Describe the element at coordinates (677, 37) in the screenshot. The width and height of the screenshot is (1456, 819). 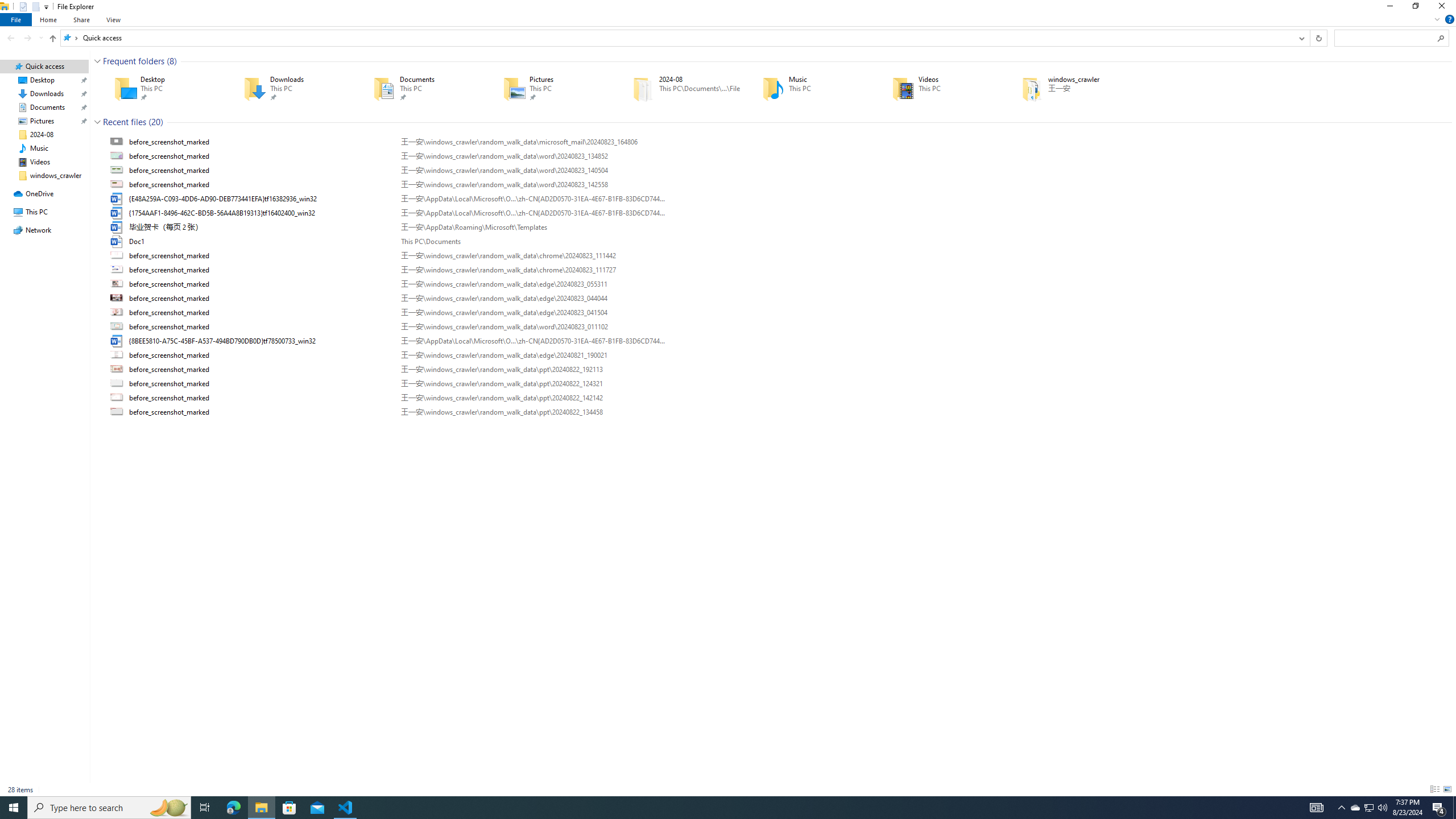
I see `'Address: Quick access'` at that location.